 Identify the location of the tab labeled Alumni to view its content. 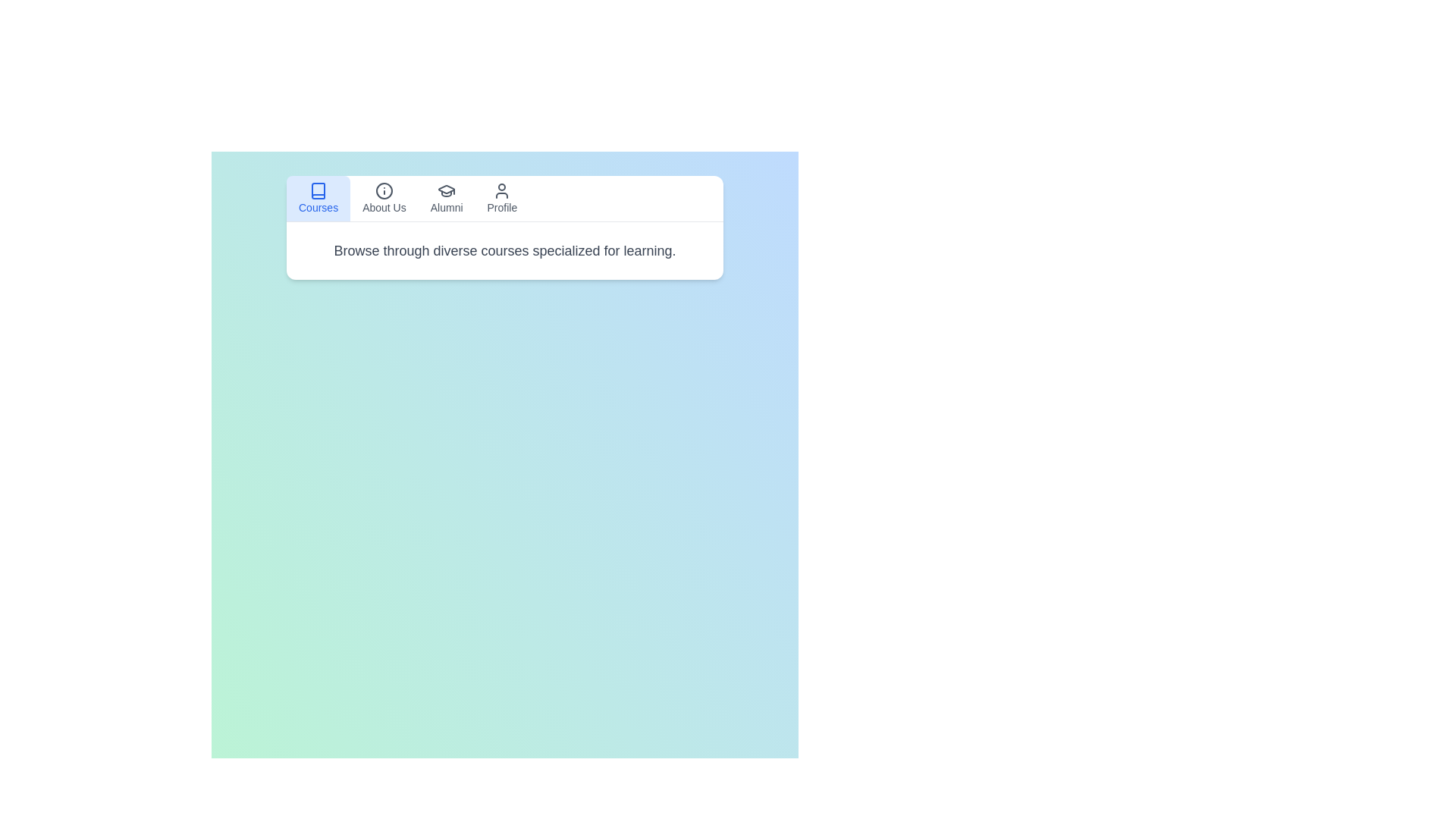
(446, 198).